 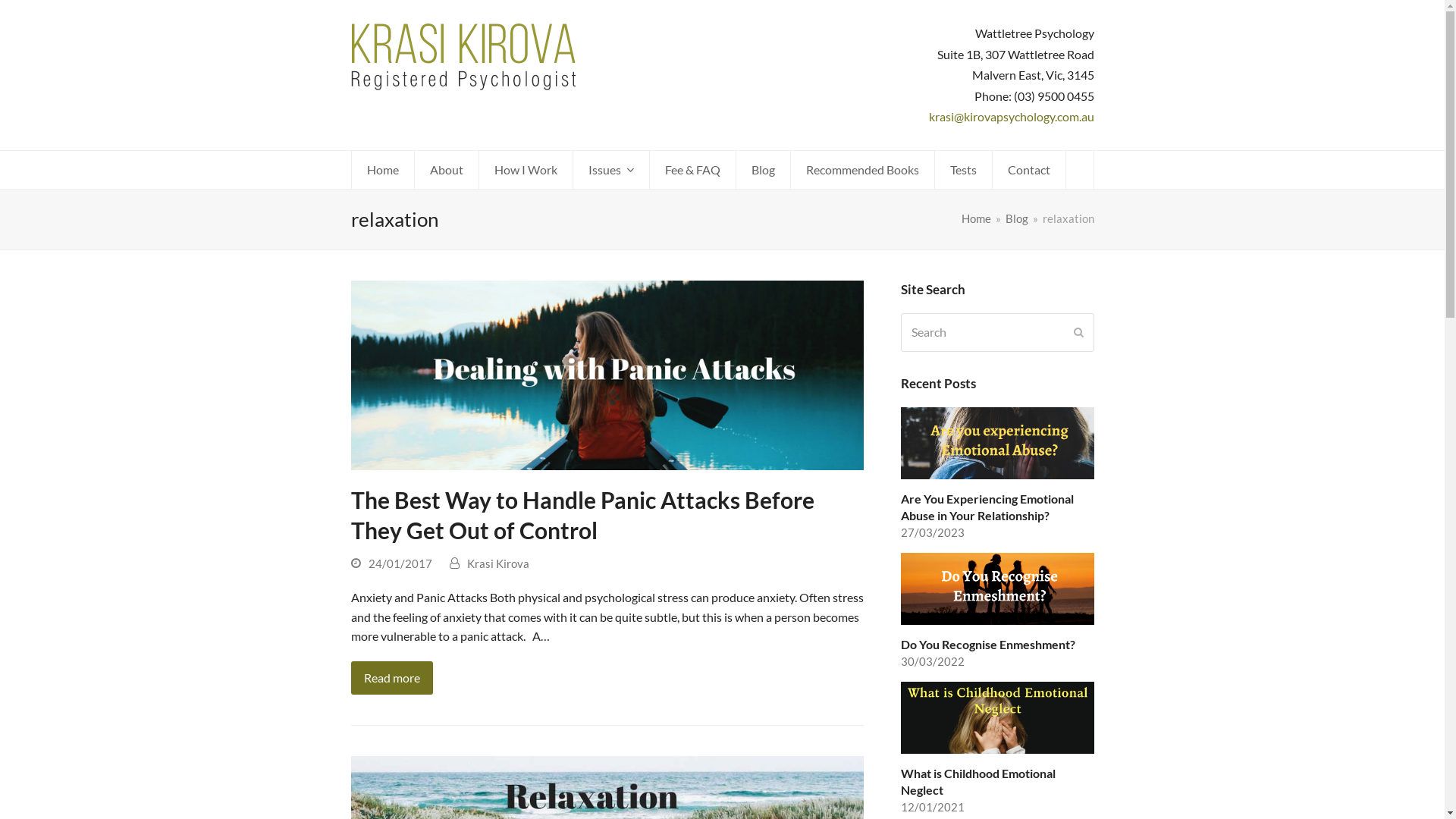 What do you see at coordinates (1011, 115) in the screenshot?
I see `'krasi@kirovapsychology.com.au'` at bounding box center [1011, 115].